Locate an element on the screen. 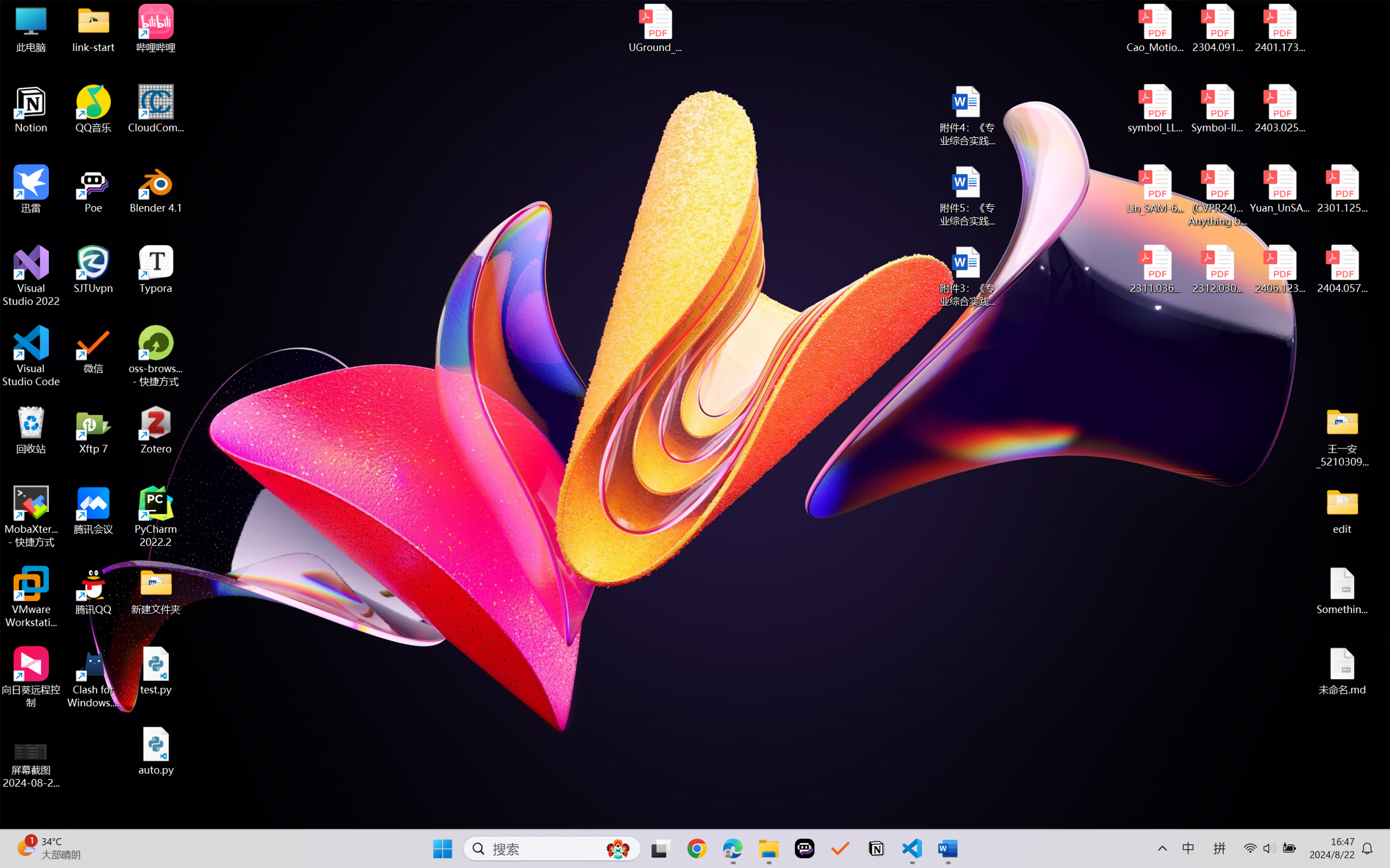 The height and width of the screenshot is (868, 1390). 'Visual Studio 2022' is located at coordinates (30, 276).